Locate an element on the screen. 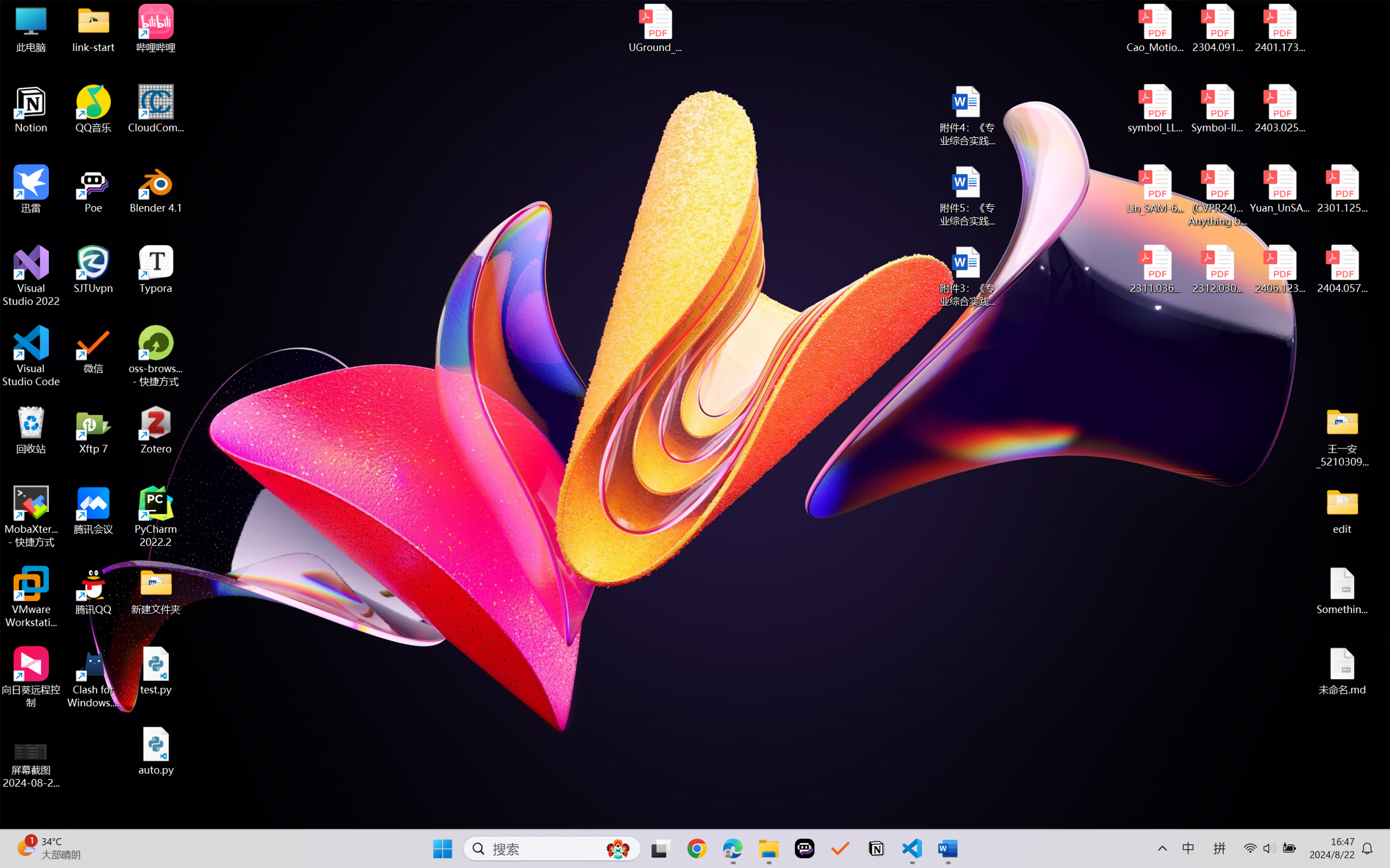 The height and width of the screenshot is (868, 1390). 'Visual Studio 2022' is located at coordinates (30, 276).